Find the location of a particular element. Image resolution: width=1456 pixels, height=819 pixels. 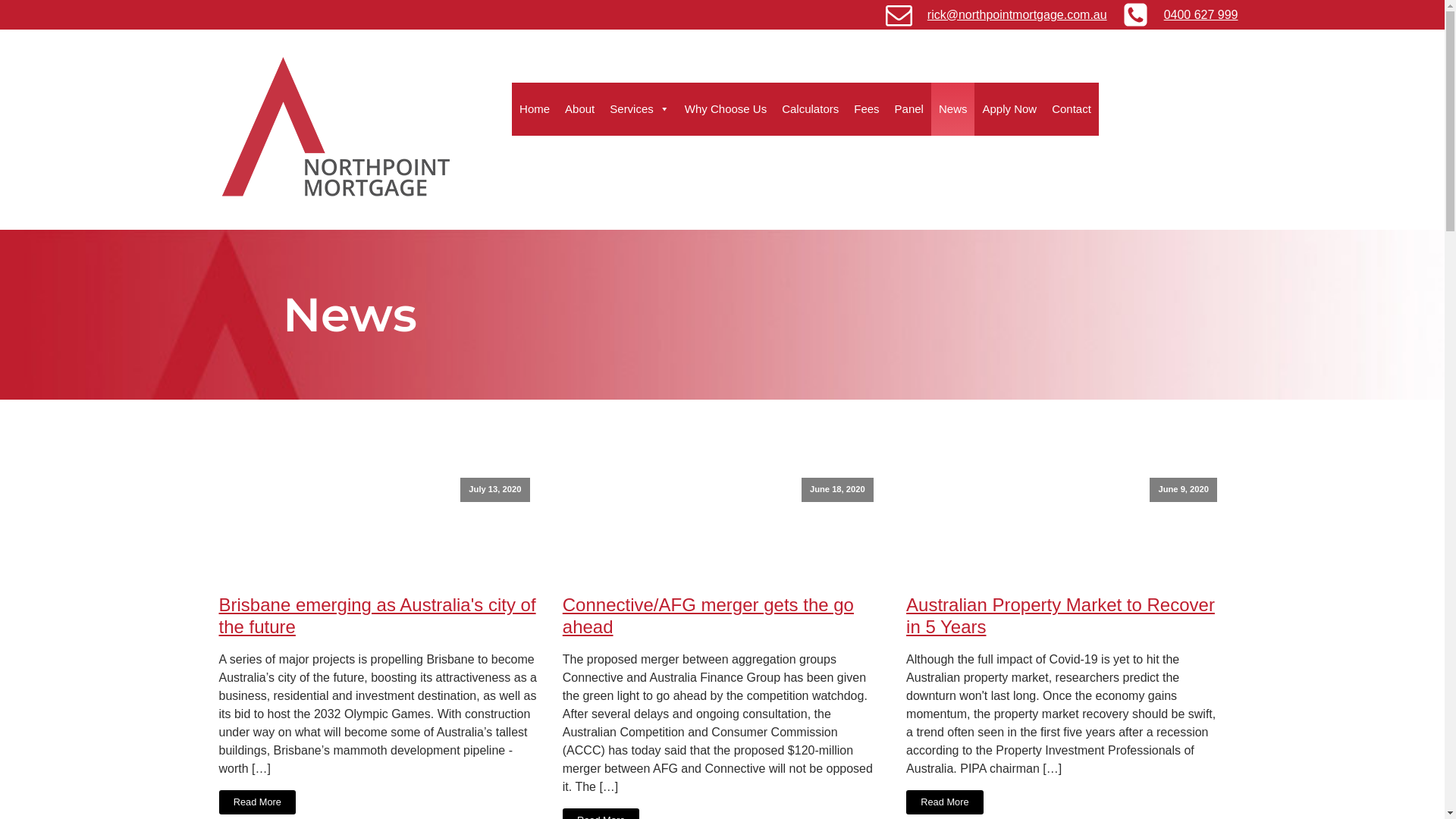

'Australian Property Market to Recover in 5 Years' is located at coordinates (1065, 617).